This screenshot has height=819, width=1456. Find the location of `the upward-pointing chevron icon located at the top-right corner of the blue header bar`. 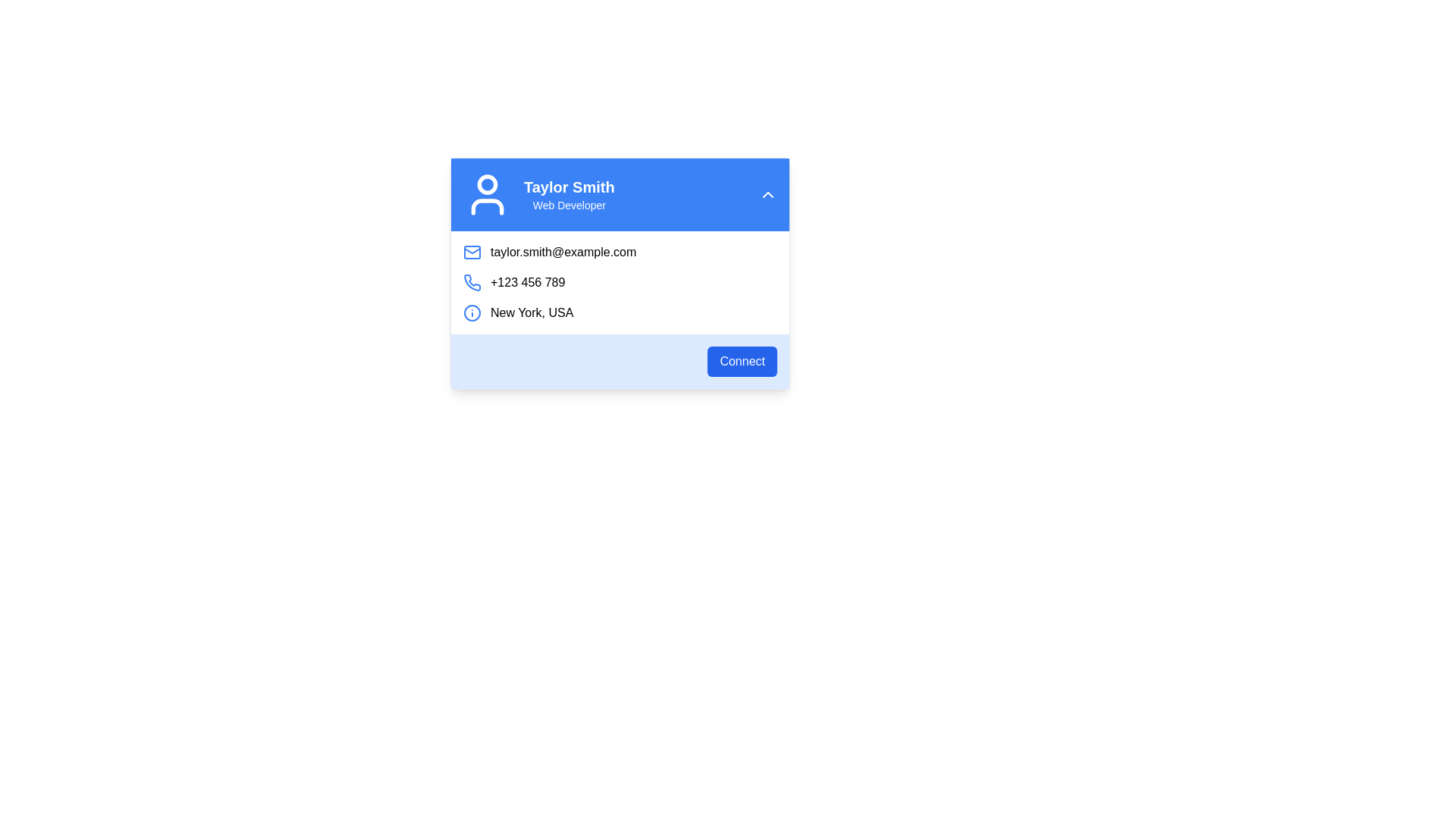

the upward-pointing chevron icon located at the top-right corner of the blue header bar is located at coordinates (767, 194).